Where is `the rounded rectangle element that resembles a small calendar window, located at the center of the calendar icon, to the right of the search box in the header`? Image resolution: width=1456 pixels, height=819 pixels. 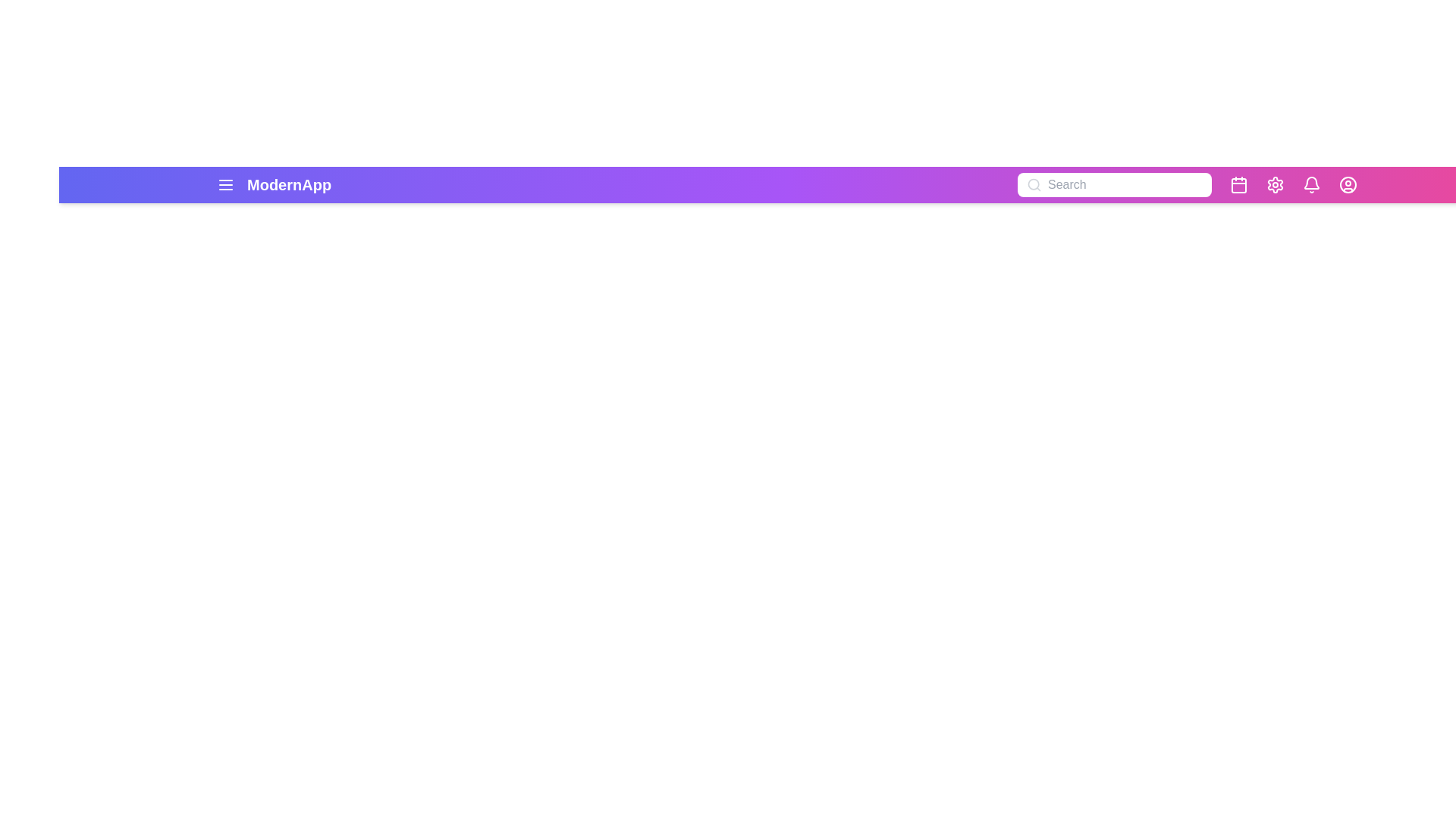
the rounded rectangle element that resembles a small calendar window, located at the center of the calendar icon, to the right of the search box in the header is located at coordinates (1238, 185).